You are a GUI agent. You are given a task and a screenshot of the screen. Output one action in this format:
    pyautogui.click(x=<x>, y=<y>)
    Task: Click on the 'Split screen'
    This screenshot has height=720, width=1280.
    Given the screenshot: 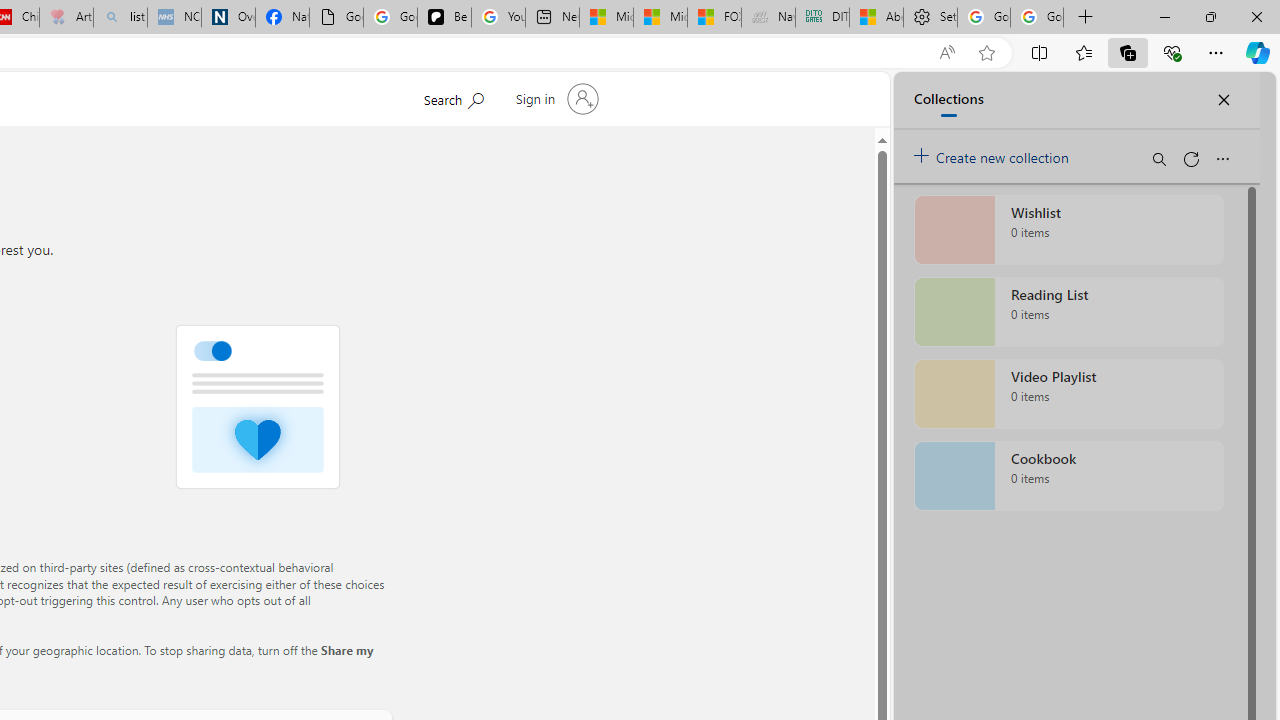 What is the action you would take?
    pyautogui.click(x=1040, y=51)
    